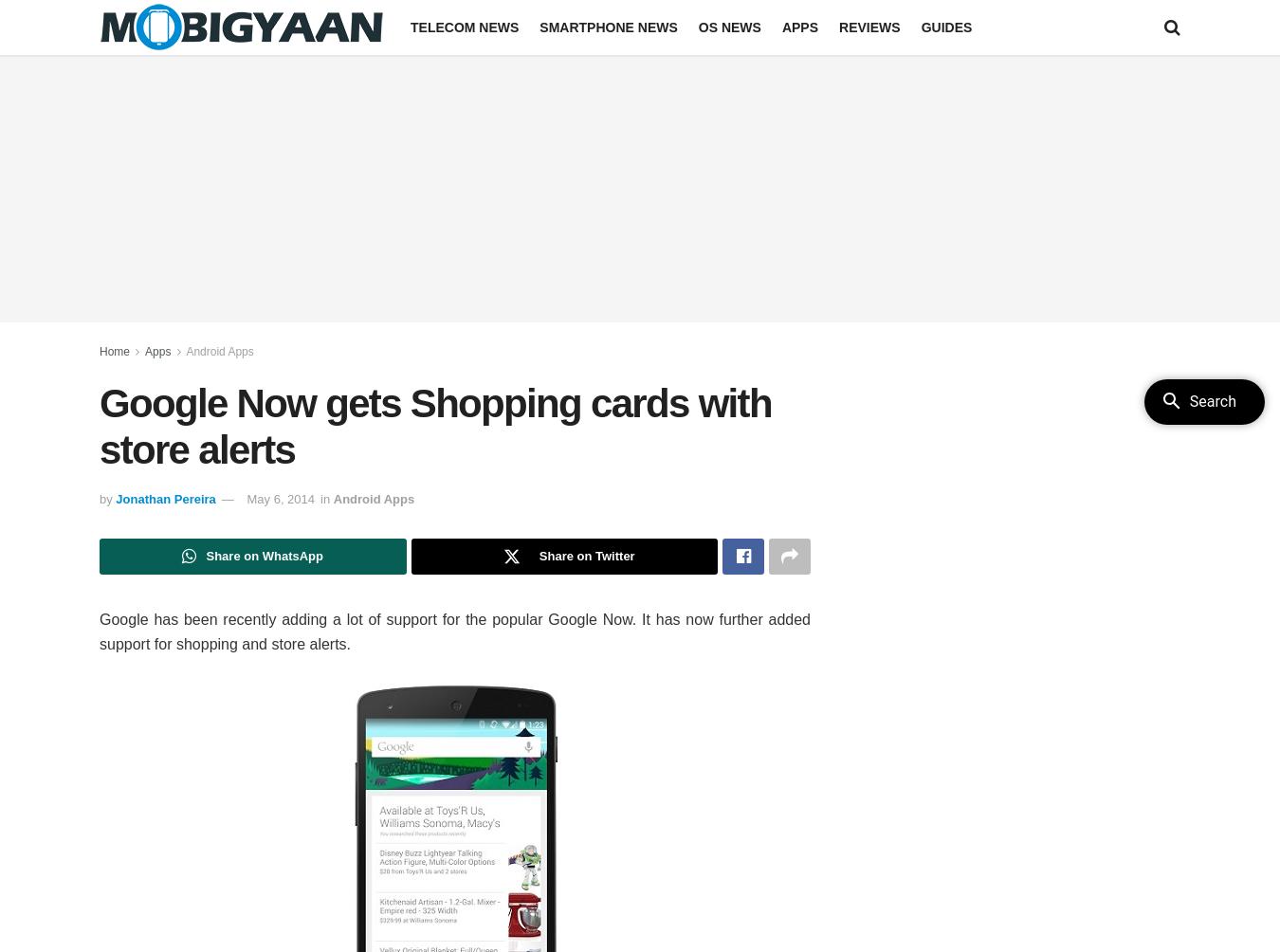 The height and width of the screenshot is (952, 1280). I want to click on 'Home', so click(99, 351).